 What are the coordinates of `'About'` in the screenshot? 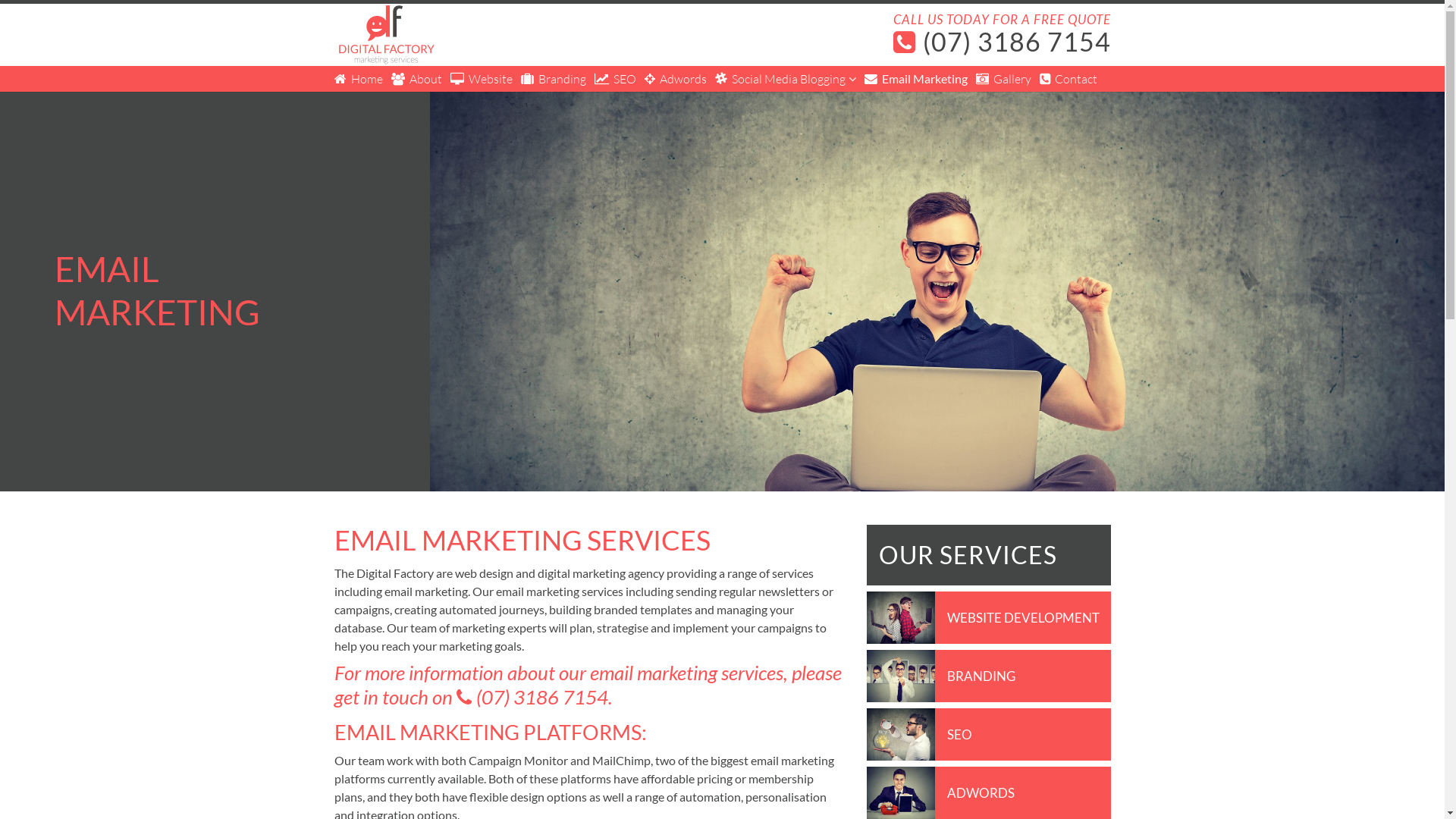 It's located at (416, 79).